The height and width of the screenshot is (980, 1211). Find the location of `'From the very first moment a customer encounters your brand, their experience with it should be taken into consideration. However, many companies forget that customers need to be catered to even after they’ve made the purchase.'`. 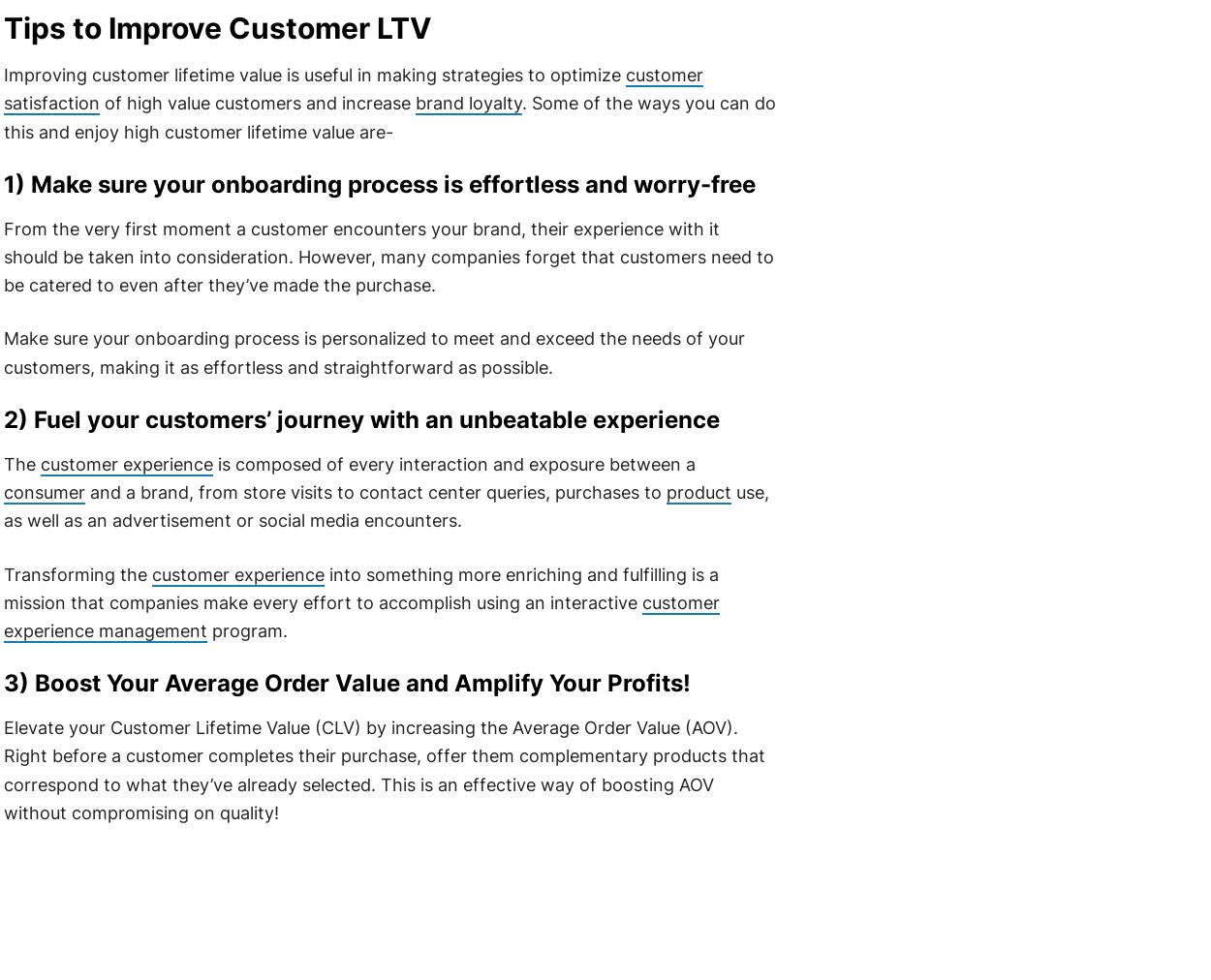

'From the very first moment a customer encounters your brand, their experience with it should be taken into consideration. However, many companies forget that customers need to be catered to even after they’ve made the purchase.' is located at coordinates (388, 256).